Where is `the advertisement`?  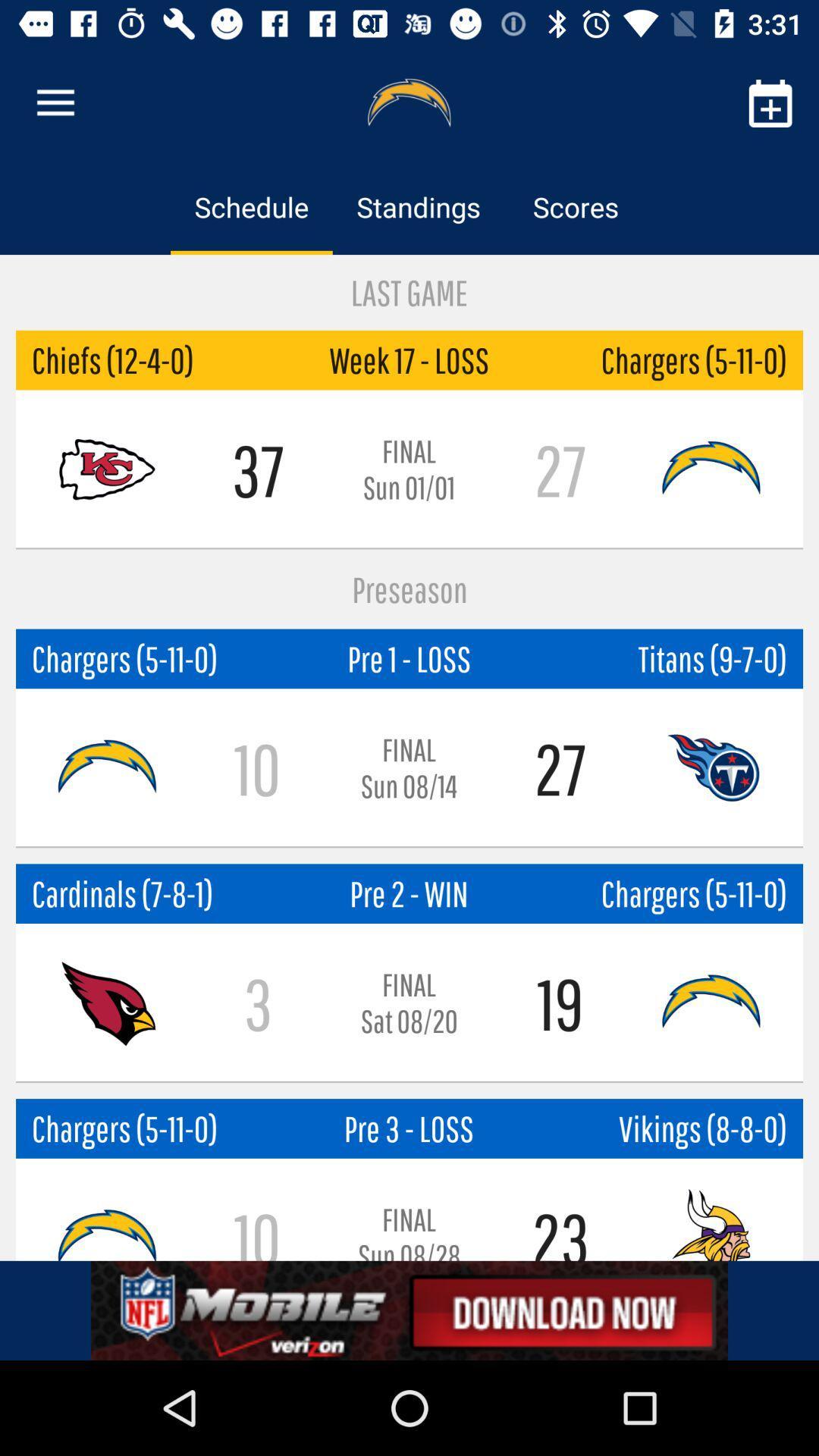
the advertisement is located at coordinates (409, 1310).